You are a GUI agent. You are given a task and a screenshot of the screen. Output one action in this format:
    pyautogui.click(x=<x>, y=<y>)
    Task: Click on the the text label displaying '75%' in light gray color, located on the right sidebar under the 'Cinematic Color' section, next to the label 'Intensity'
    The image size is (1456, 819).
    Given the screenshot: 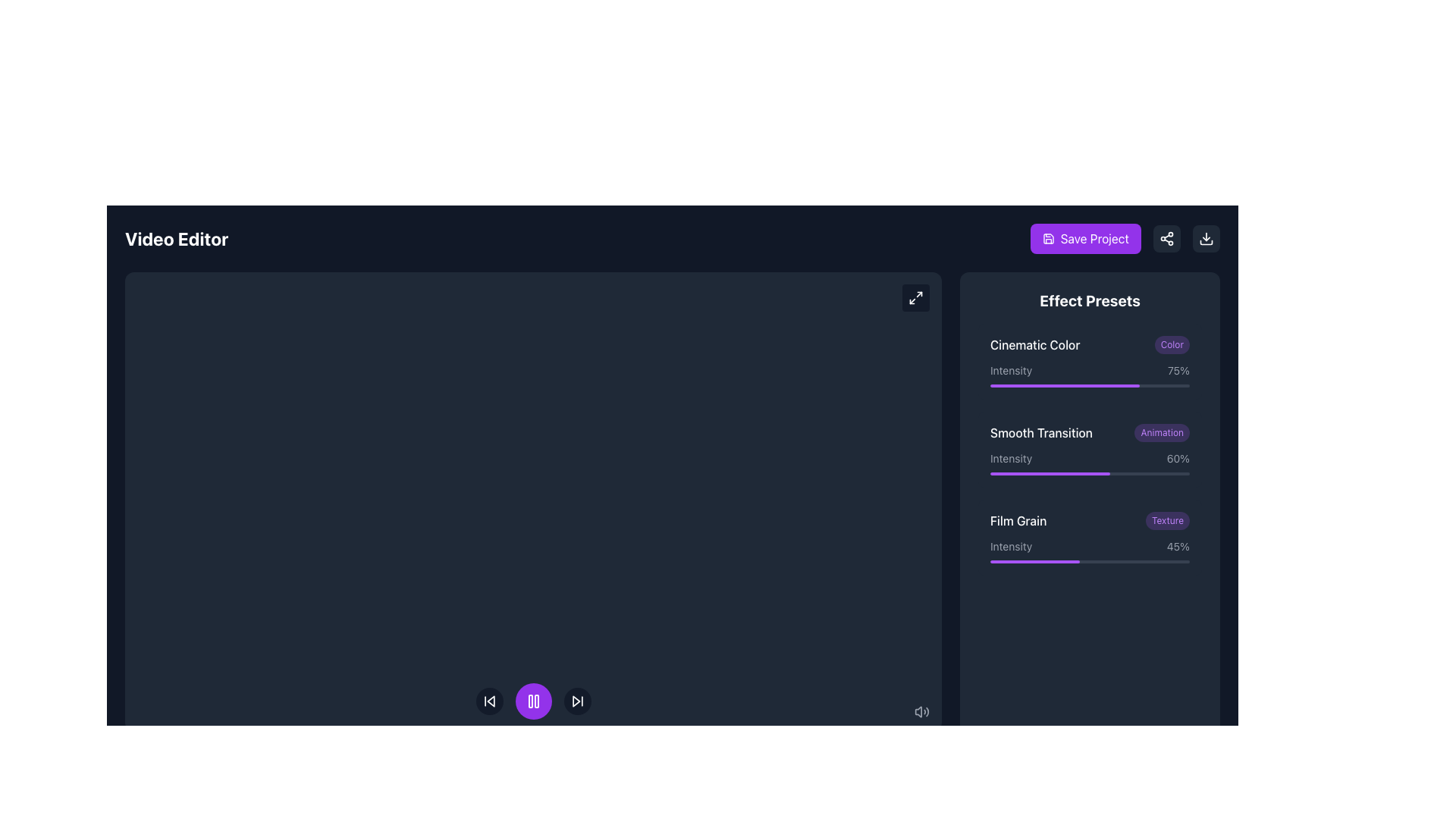 What is the action you would take?
    pyautogui.click(x=1178, y=371)
    